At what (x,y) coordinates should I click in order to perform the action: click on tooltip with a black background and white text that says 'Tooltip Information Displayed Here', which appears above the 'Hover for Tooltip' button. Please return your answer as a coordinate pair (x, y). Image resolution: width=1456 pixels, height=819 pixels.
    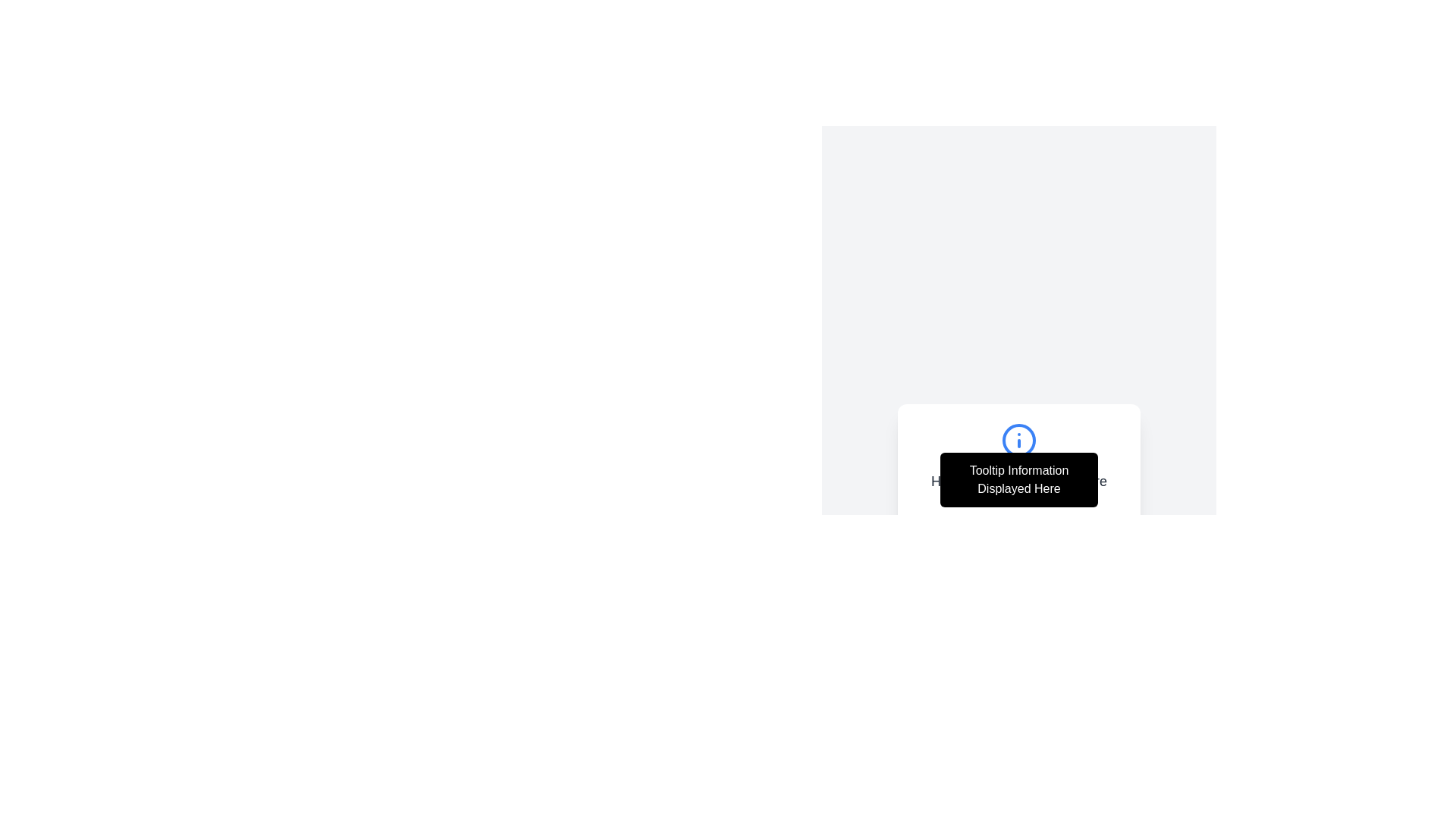
    Looking at the image, I should click on (1019, 479).